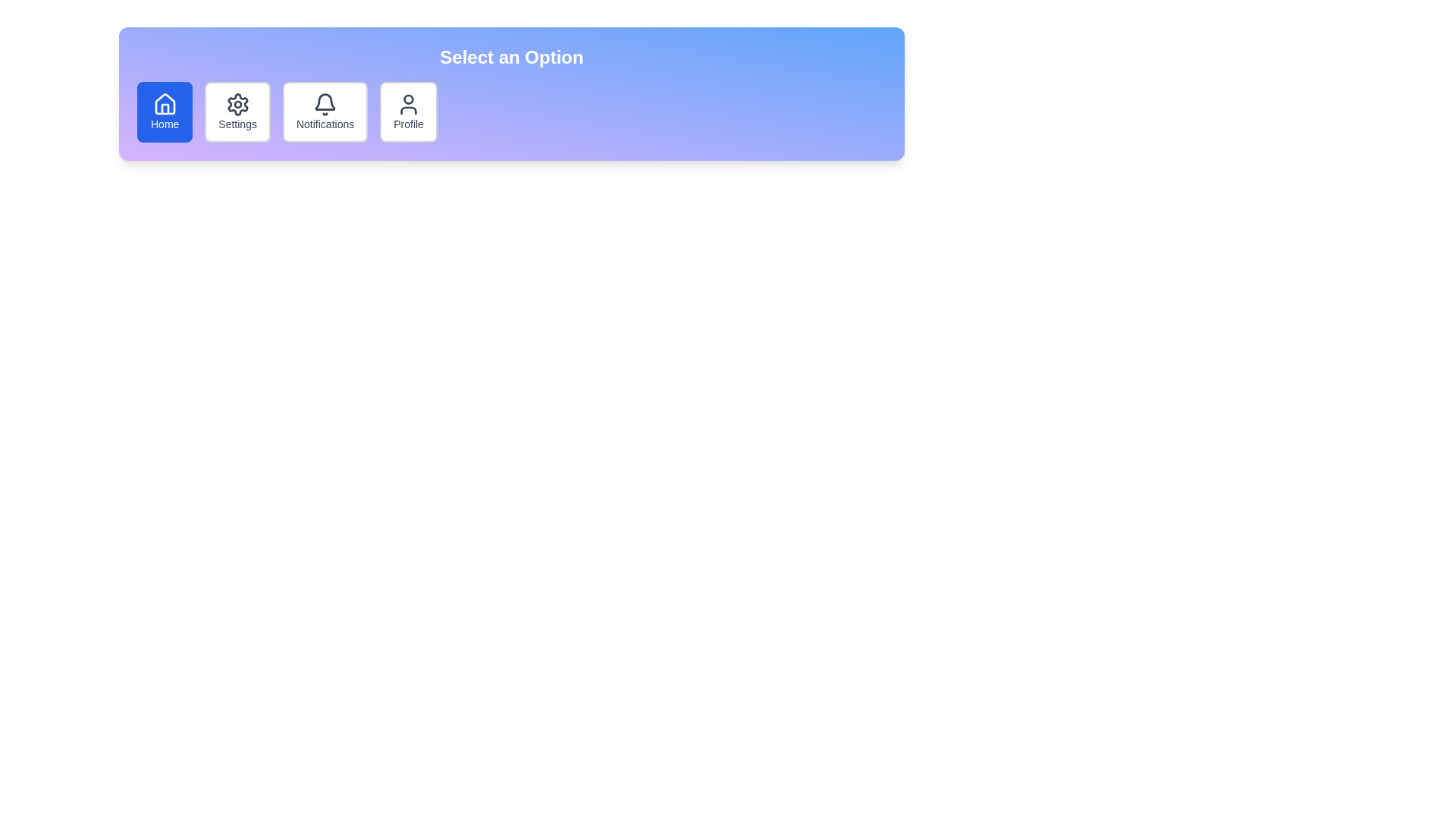  Describe the element at coordinates (165, 124) in the screenshot. I see `the 'Home' button, which is labeled with the text indicating navigation to the Home section` at that location.